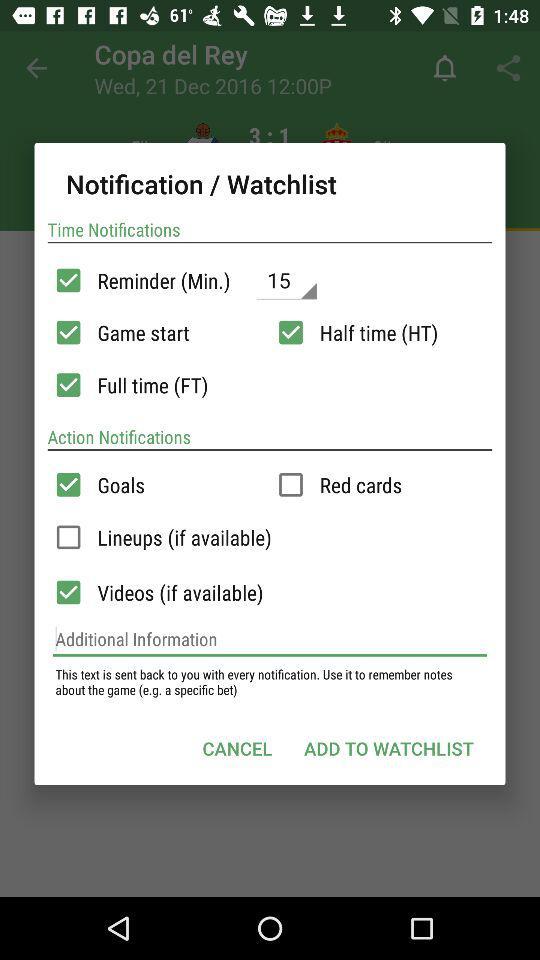 Image resolution: width=540 pixels, height=960 pixels. What do you see at coordinates (270, 638) in the screenshot?
I see `address page` at bounding box center [270, 638].